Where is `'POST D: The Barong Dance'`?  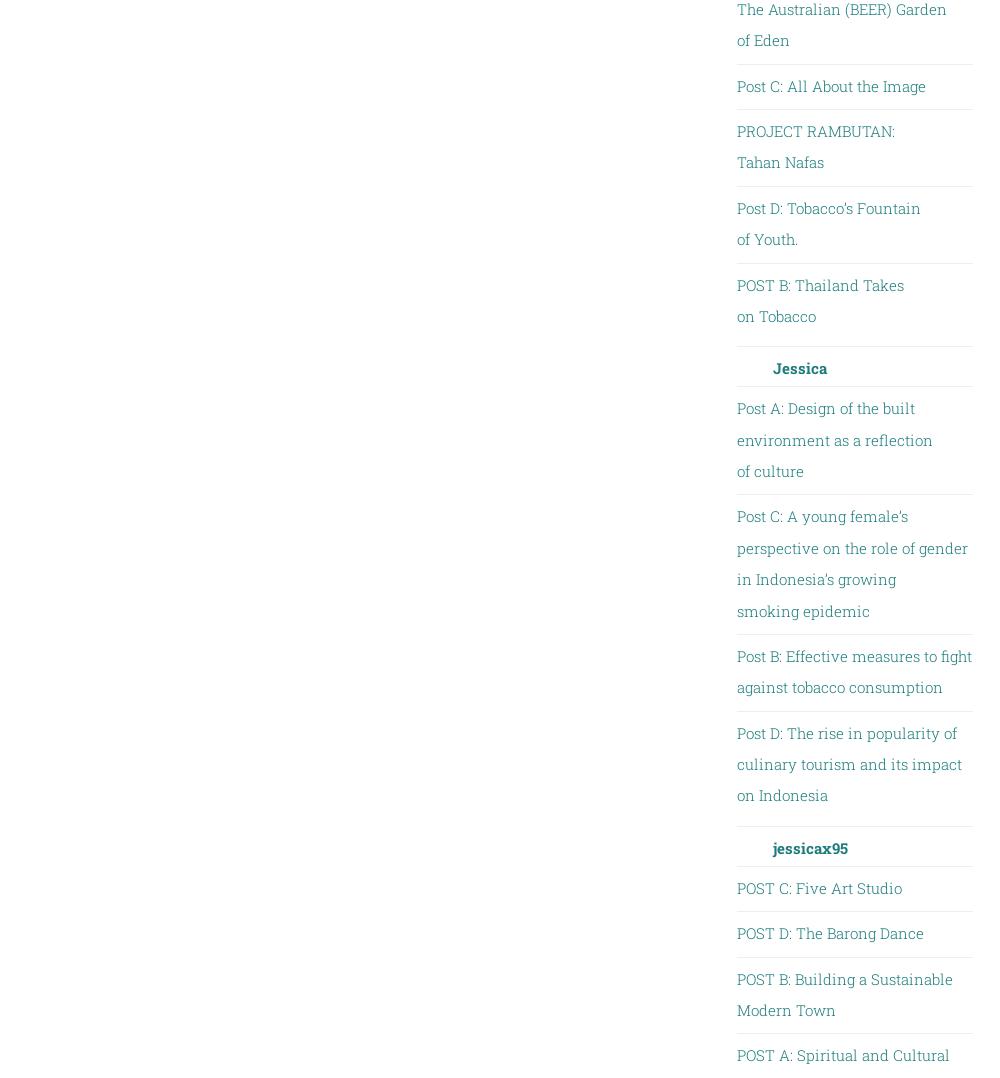
'POST D: The Barong Dance' is located at coordinates (828, 932).